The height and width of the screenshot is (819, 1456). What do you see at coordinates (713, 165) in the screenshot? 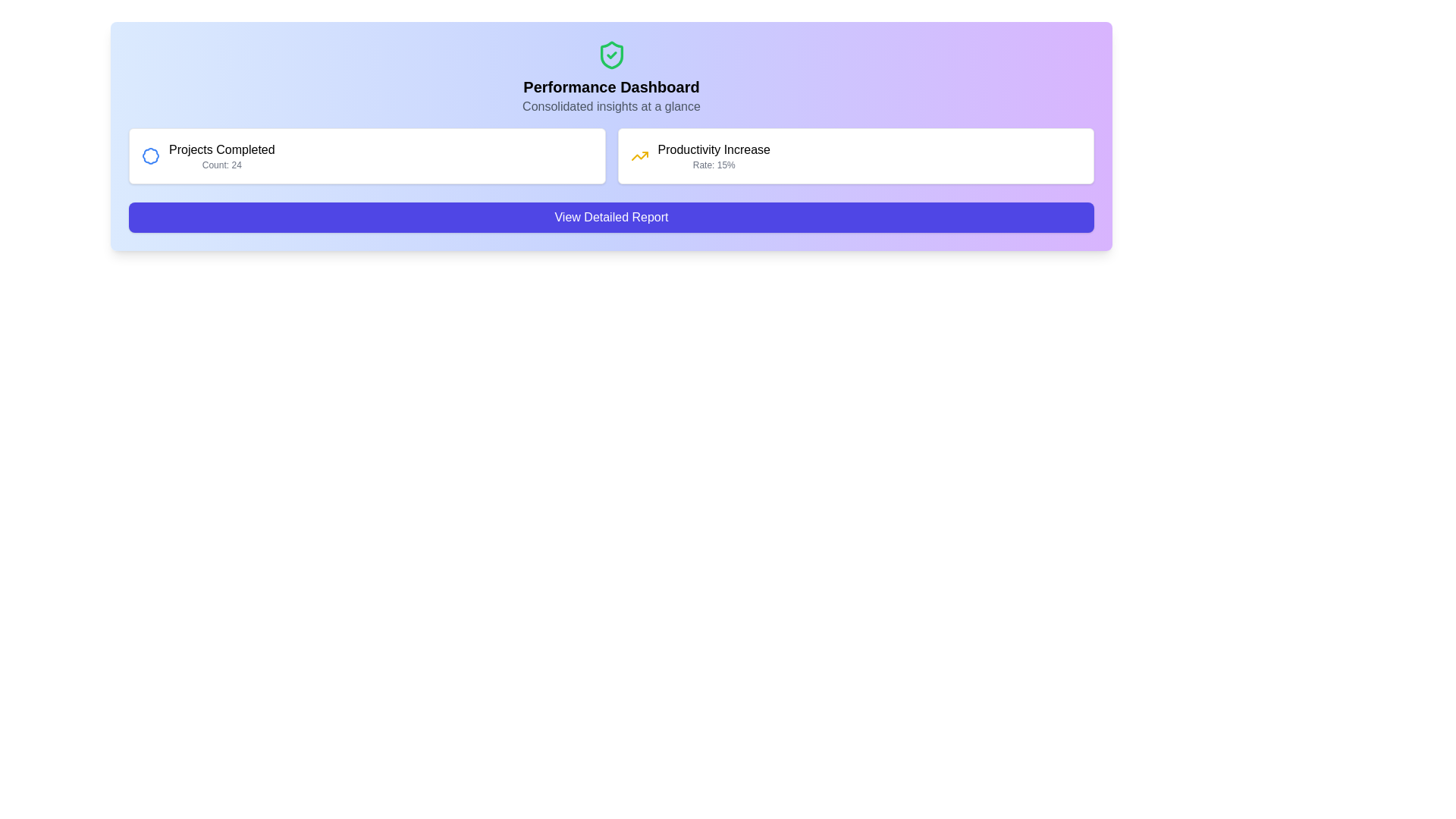
I see `the text label displaying 'Rate: 15%' which is styled in gray and located beneath the 'Productivity Increase' heading on the right-side card of the performance dashboard` at bounding box center [713, 165].